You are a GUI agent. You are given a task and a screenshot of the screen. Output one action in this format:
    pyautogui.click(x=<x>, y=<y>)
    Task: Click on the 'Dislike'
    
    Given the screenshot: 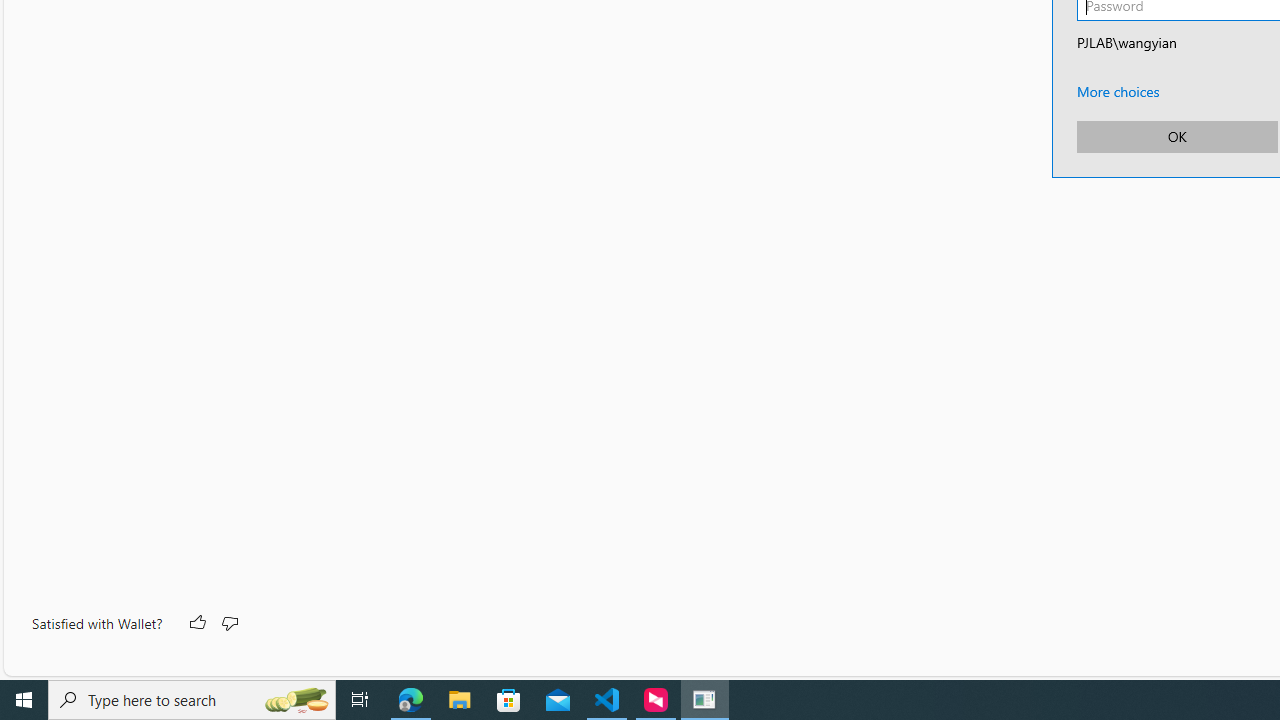 What is the action you would take?
    pyautogui.click(x=229, y=622)
    